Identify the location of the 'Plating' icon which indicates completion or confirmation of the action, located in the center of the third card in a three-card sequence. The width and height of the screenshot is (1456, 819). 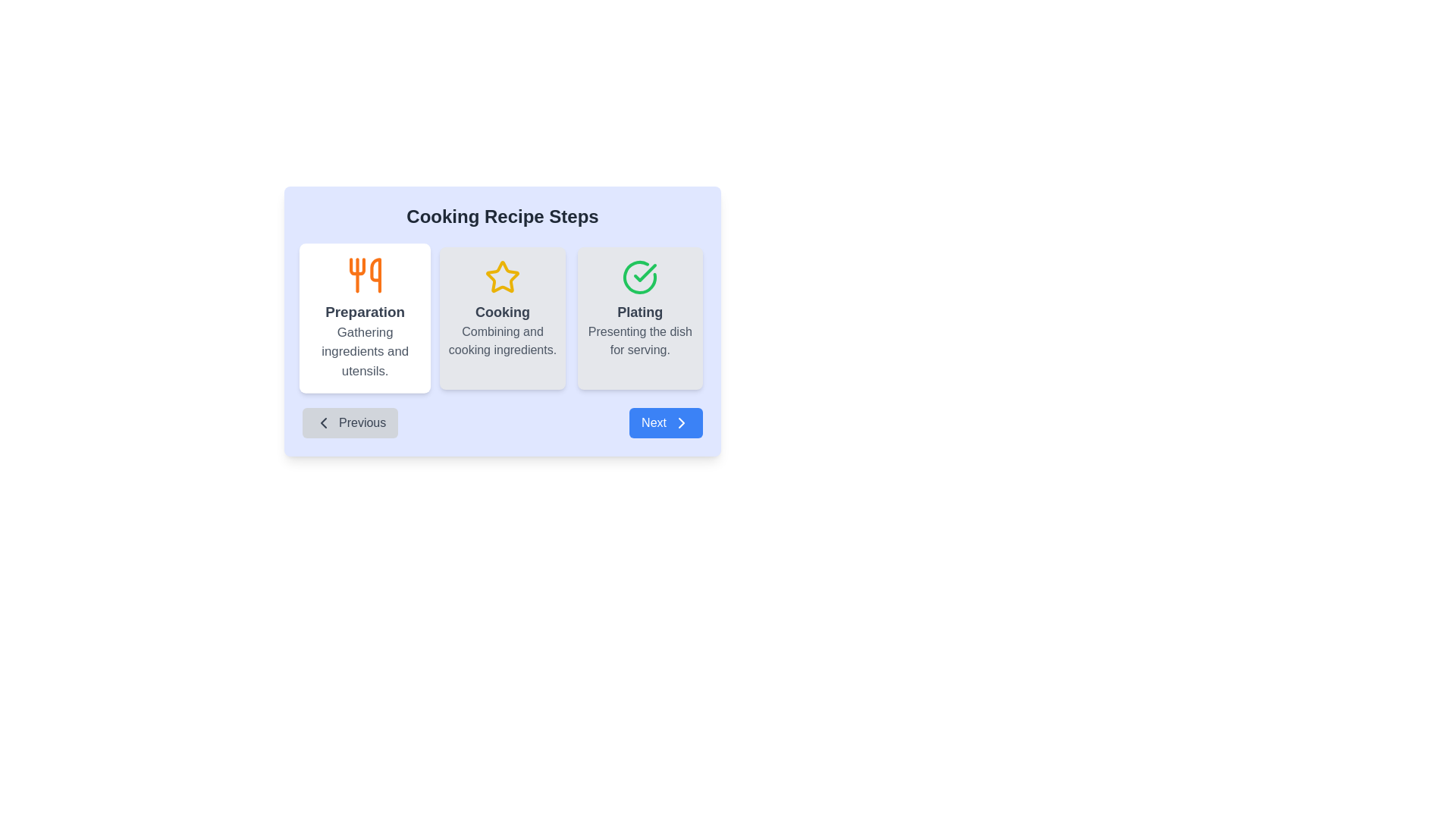
(640, 278).